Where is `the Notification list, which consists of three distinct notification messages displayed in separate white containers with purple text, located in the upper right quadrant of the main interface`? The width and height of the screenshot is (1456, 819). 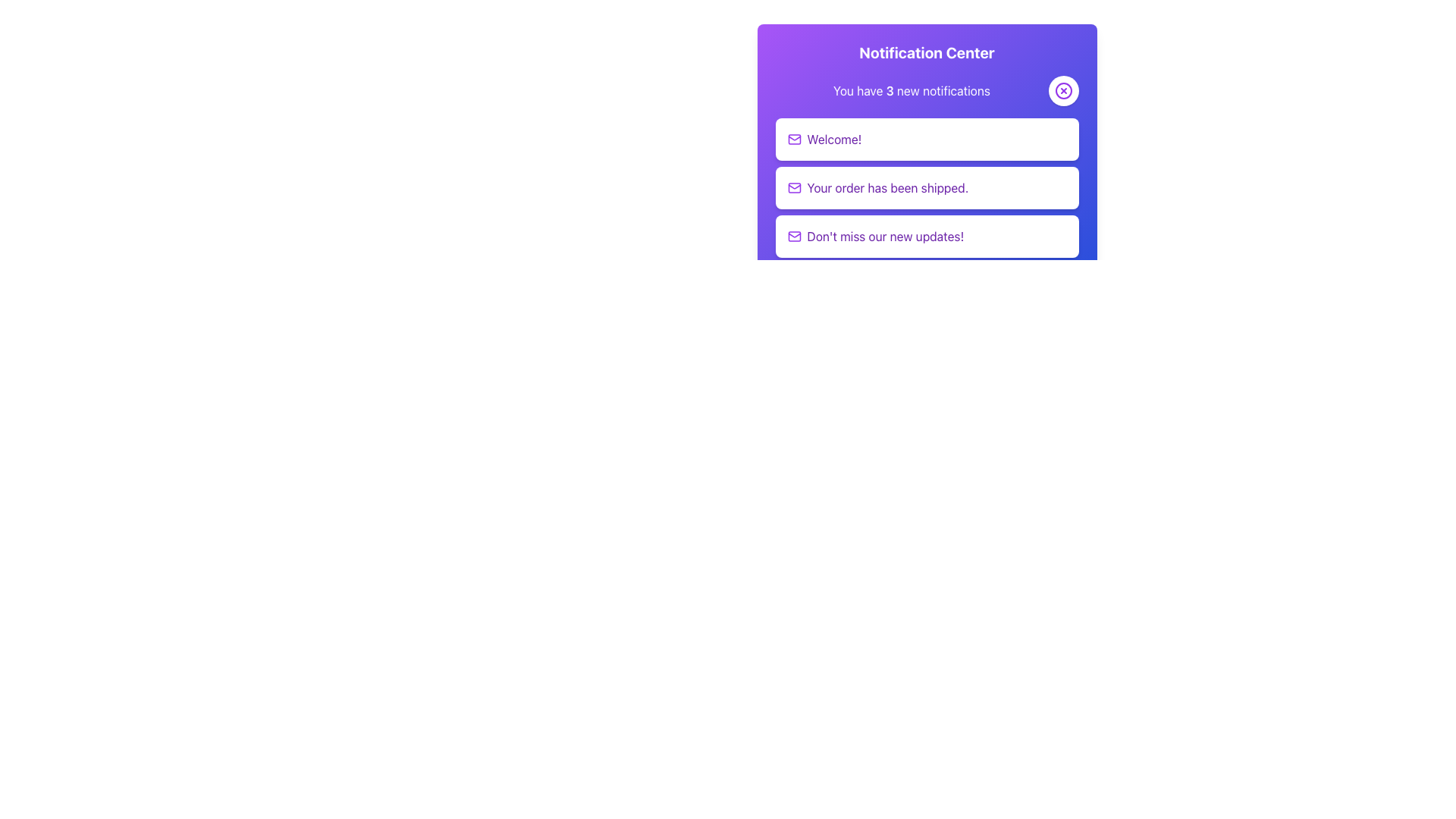 the Notification list, which consists of three distinct notification messages displayed in separate white containers with purple text, located in the upper right quadrant of the main interface is located at coordinates (926, 187).